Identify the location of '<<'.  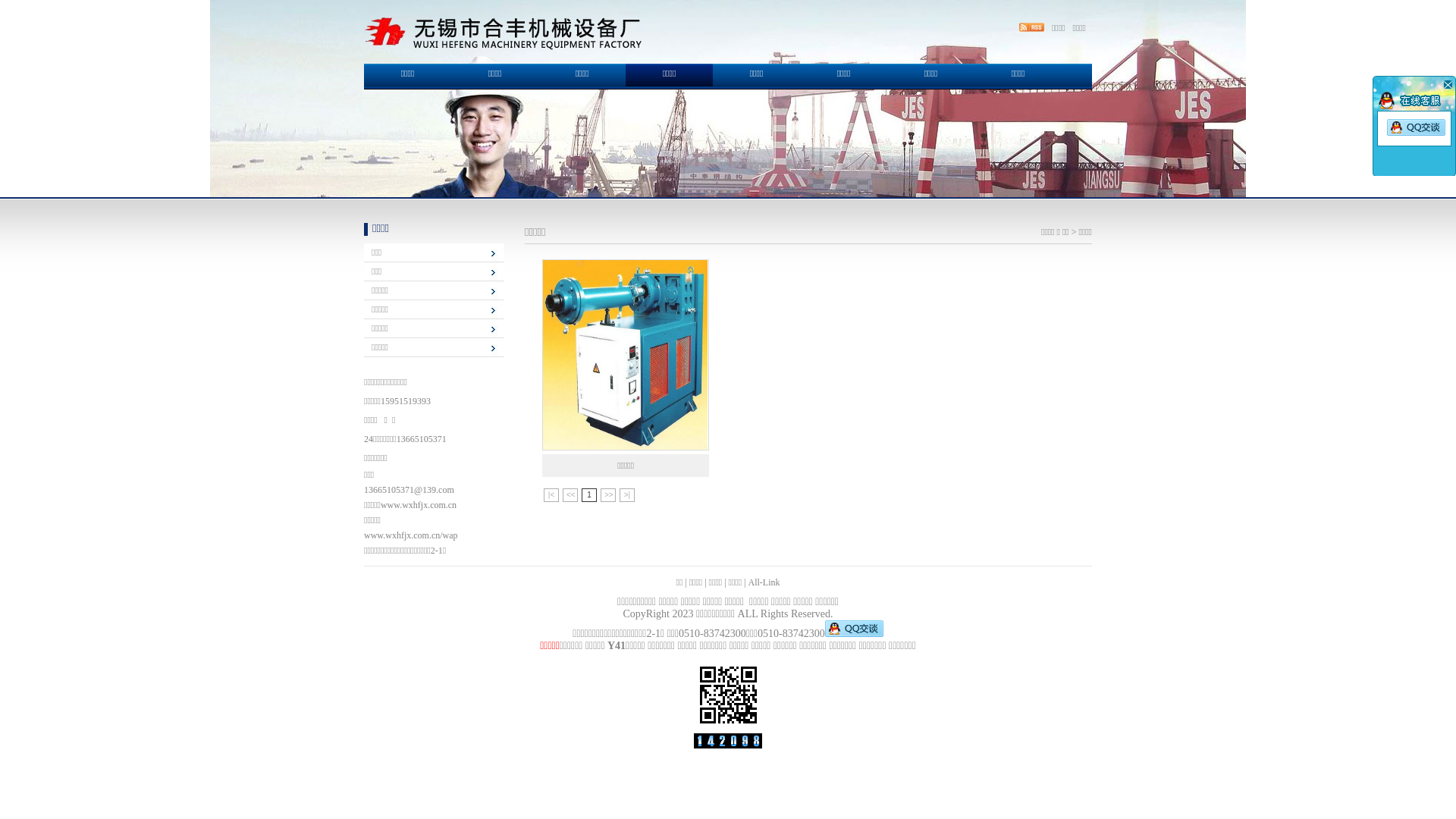
(562, 494).